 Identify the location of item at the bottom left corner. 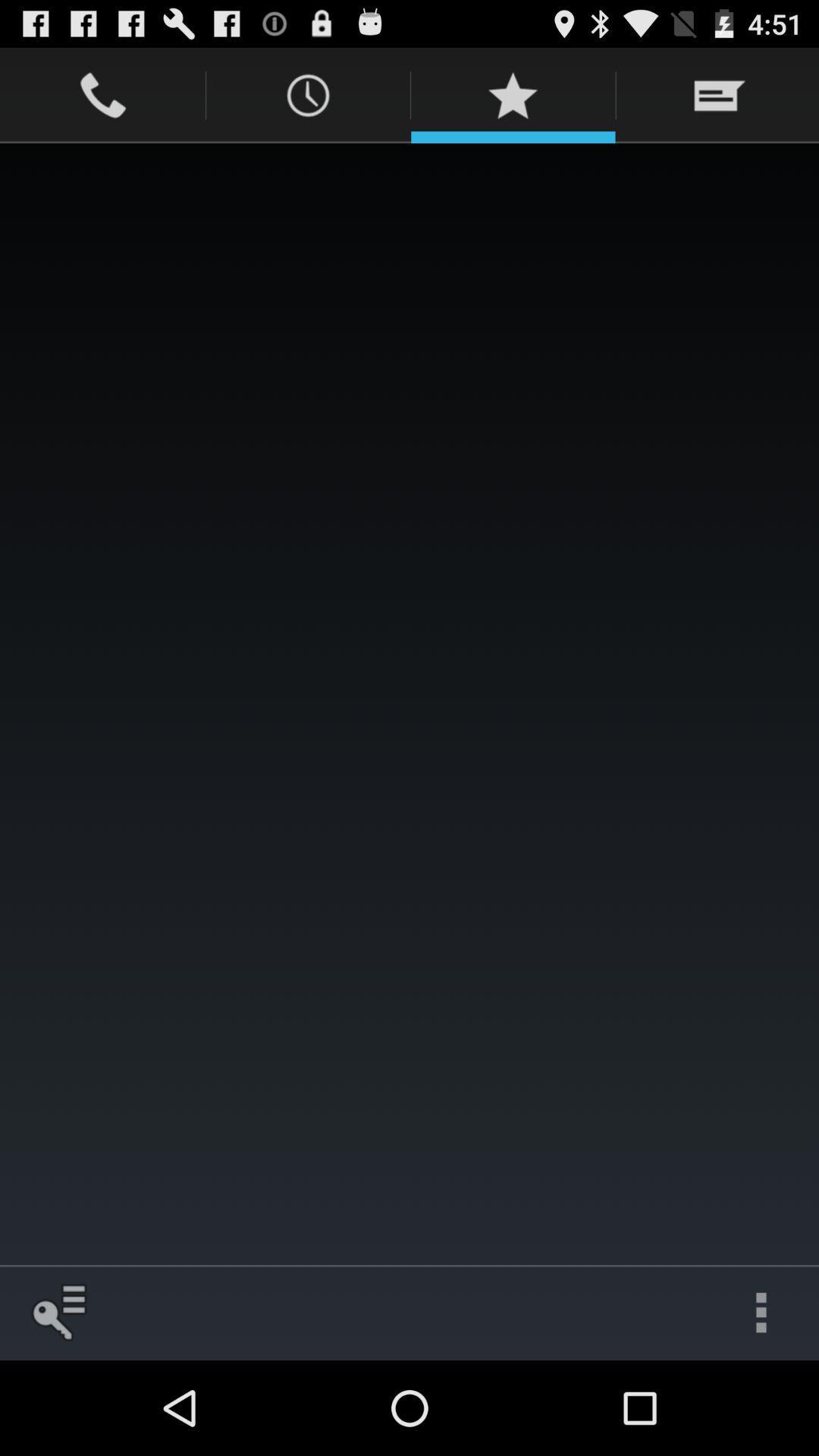
(57, 1312).